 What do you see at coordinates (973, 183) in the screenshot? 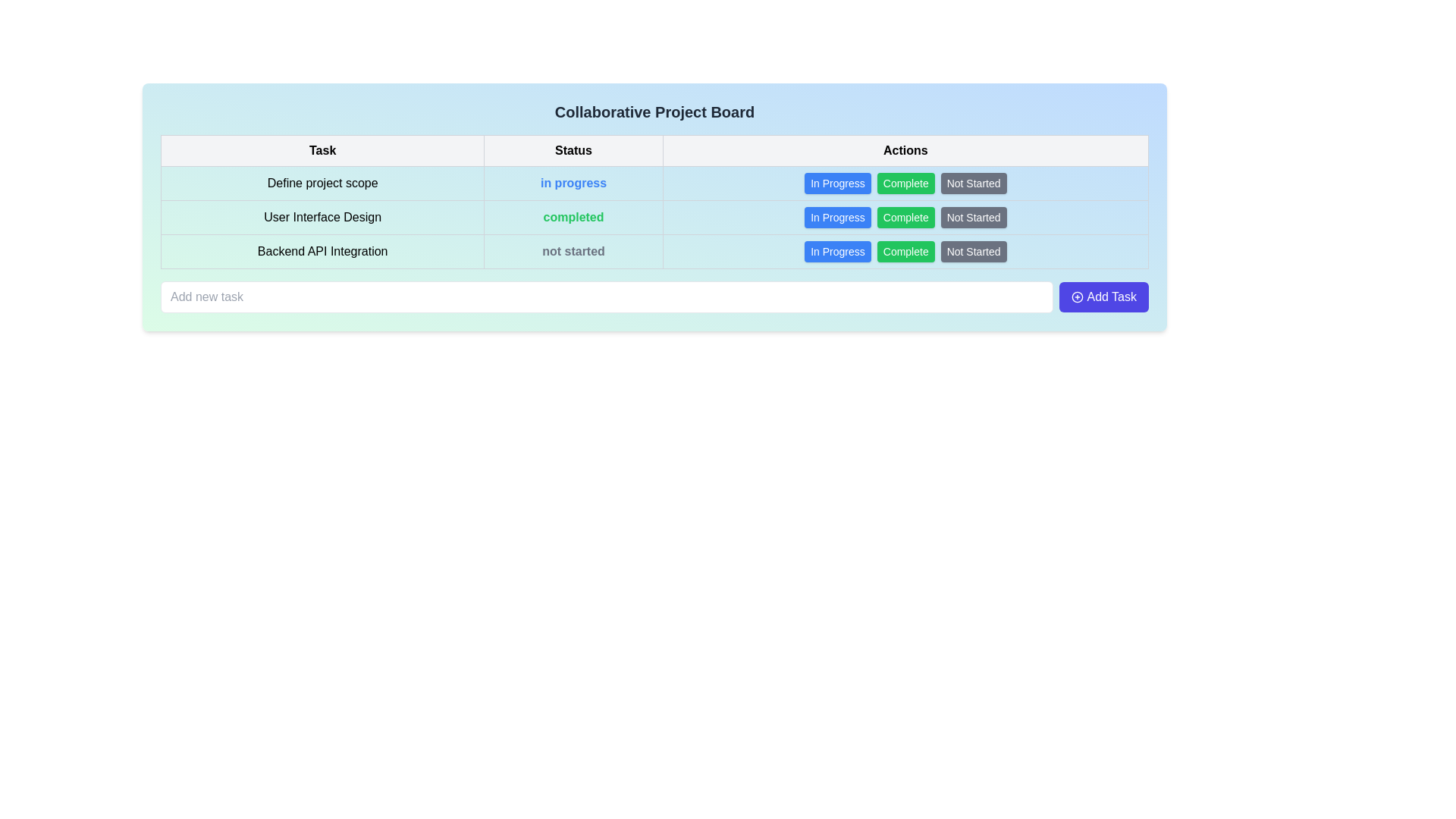
I see `the rectangular button labeled 'Not Started' with white text on a dark gray background` at bounding box center [973, 183].